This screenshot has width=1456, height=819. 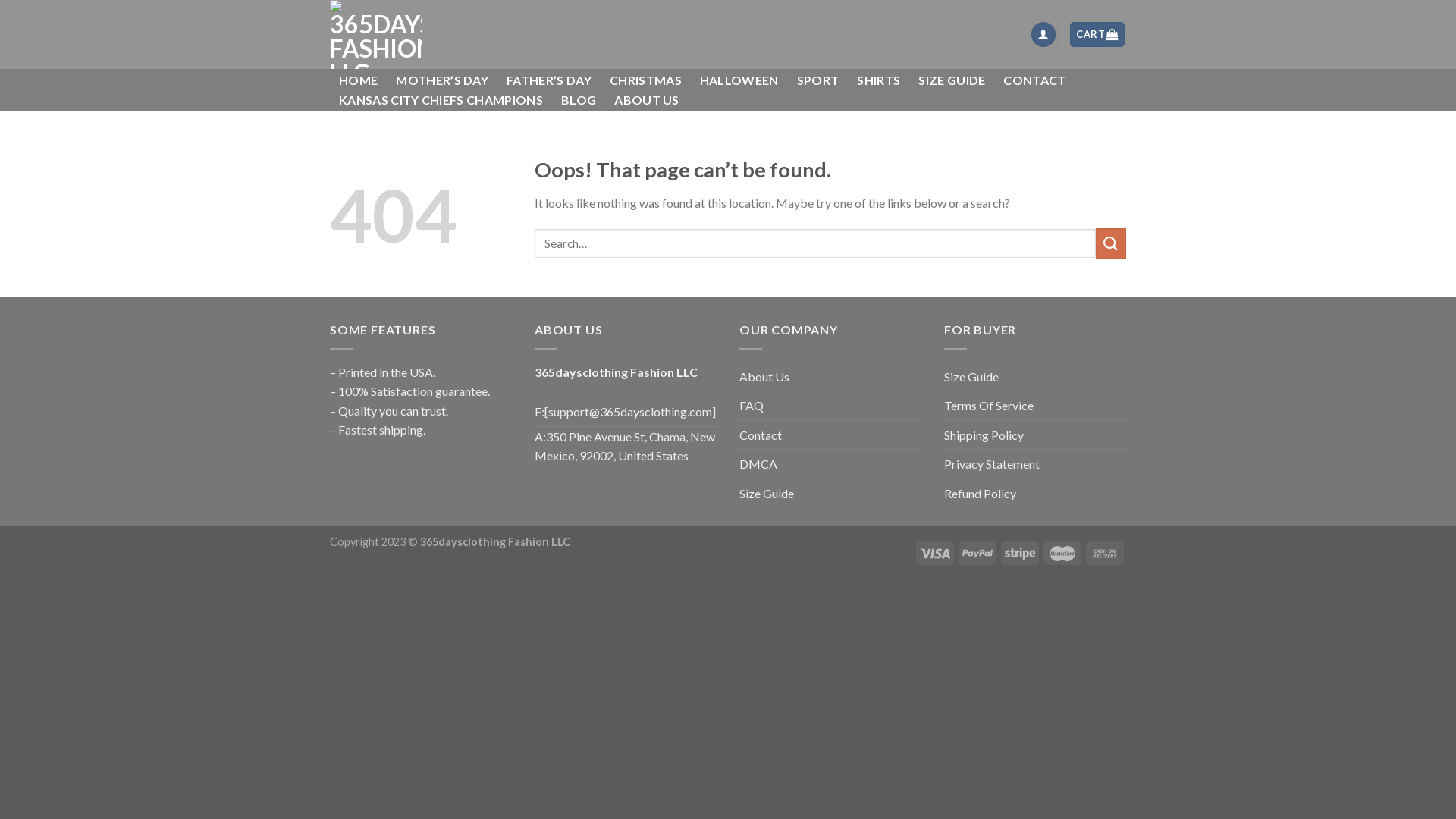 I want to click on 'HALLOWEEN', so click(x=739, y=80).